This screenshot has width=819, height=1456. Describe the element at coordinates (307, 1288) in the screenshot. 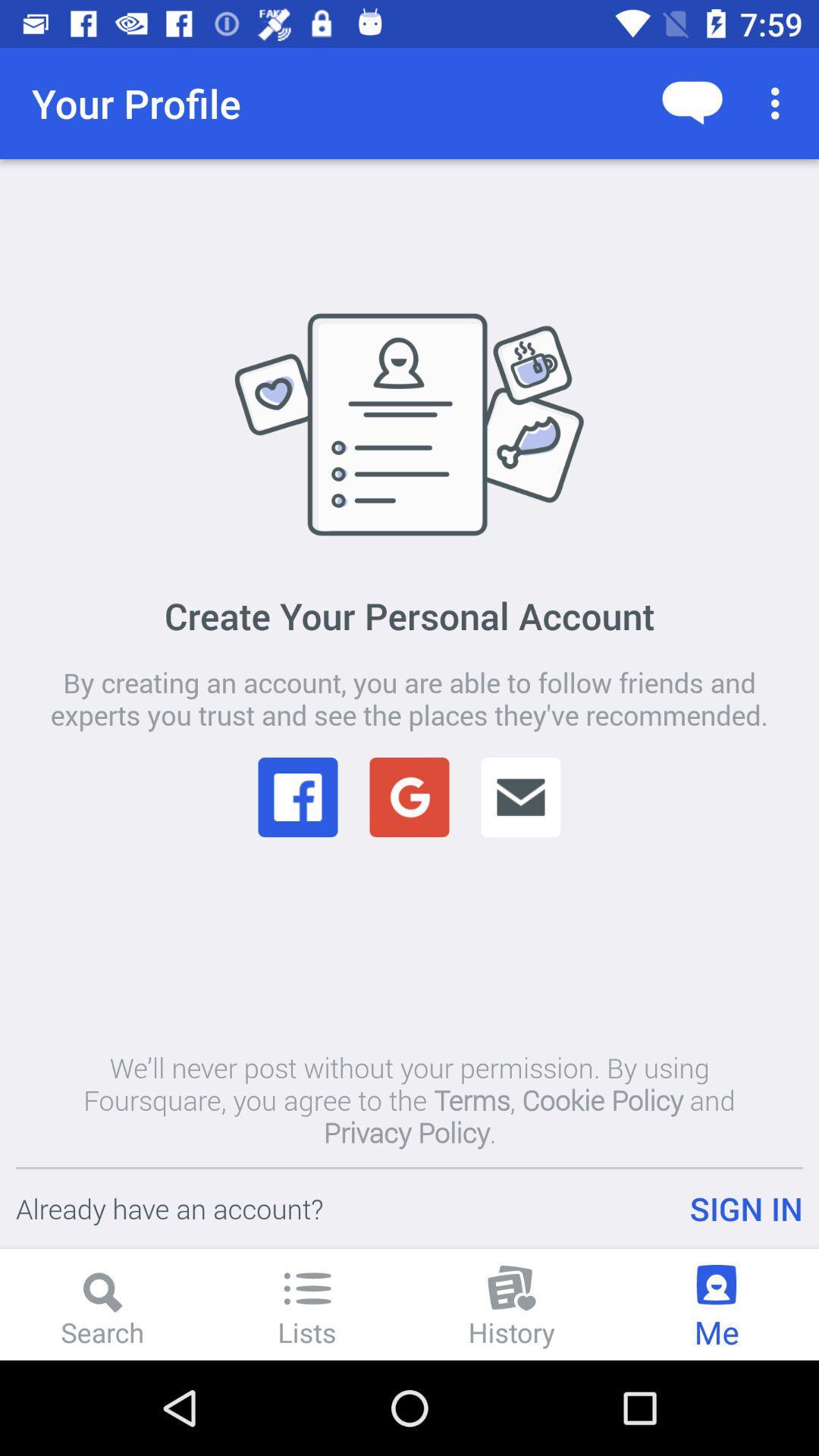

I see `the lists icon` at that location.